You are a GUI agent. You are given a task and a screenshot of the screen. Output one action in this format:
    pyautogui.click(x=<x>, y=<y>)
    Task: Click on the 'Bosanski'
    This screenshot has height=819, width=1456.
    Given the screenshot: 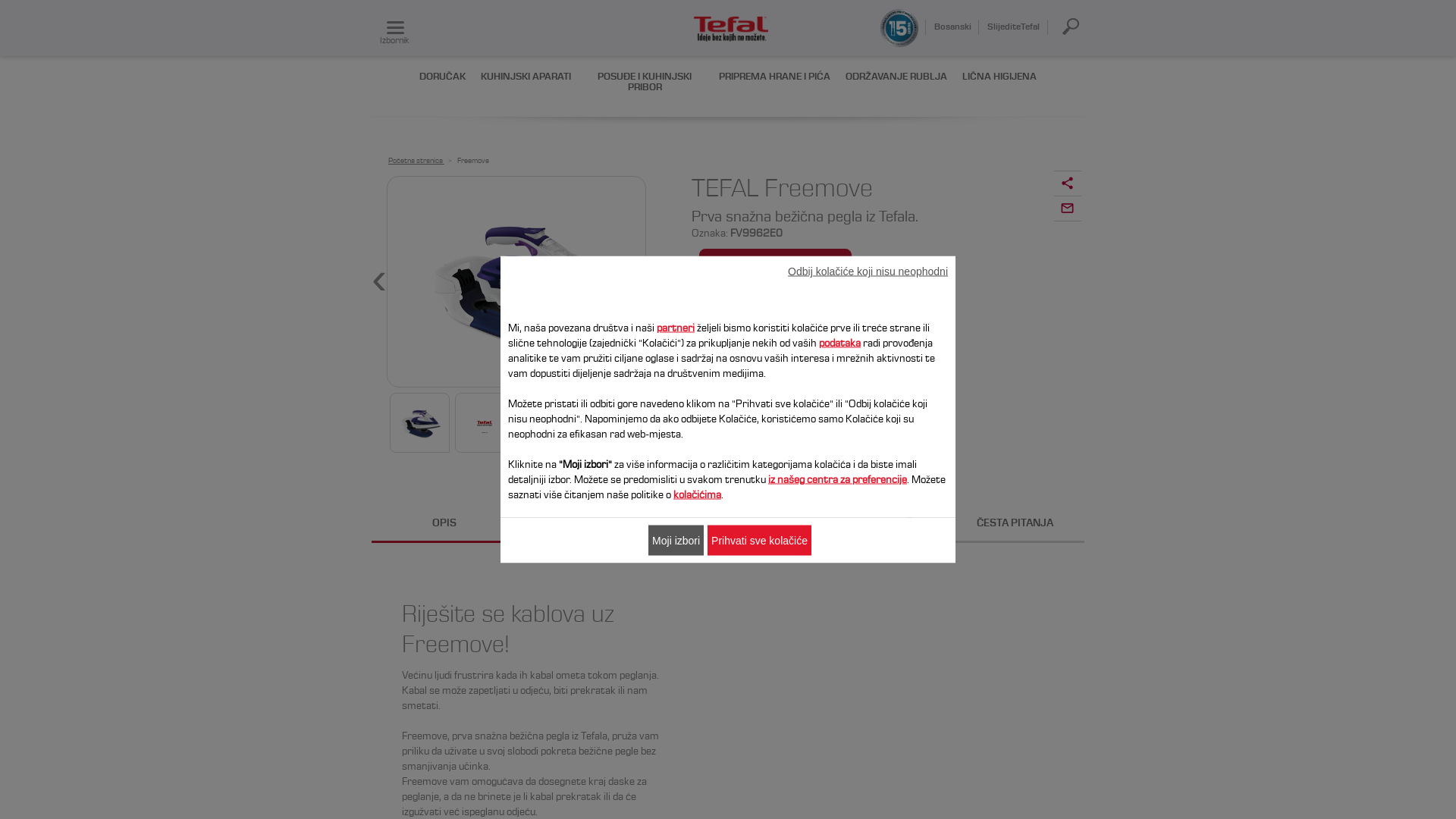 What is the action you would take?
    pyautogui.click(x=952, y=26)
    